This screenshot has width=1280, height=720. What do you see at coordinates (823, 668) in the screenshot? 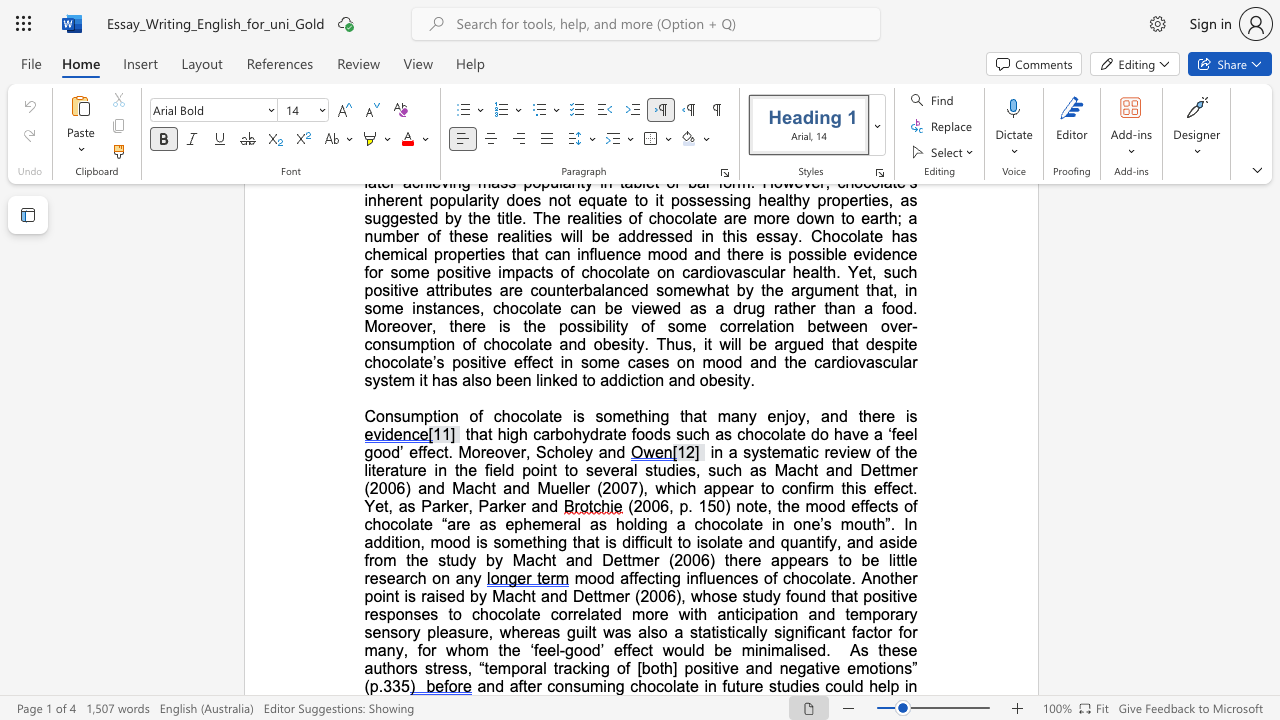
I see `the subset text "ve e" within the text "As these authors stress, “temporal tracking of [both] positive and negative emotions” (p.335"` at bounding box center [823, 668].